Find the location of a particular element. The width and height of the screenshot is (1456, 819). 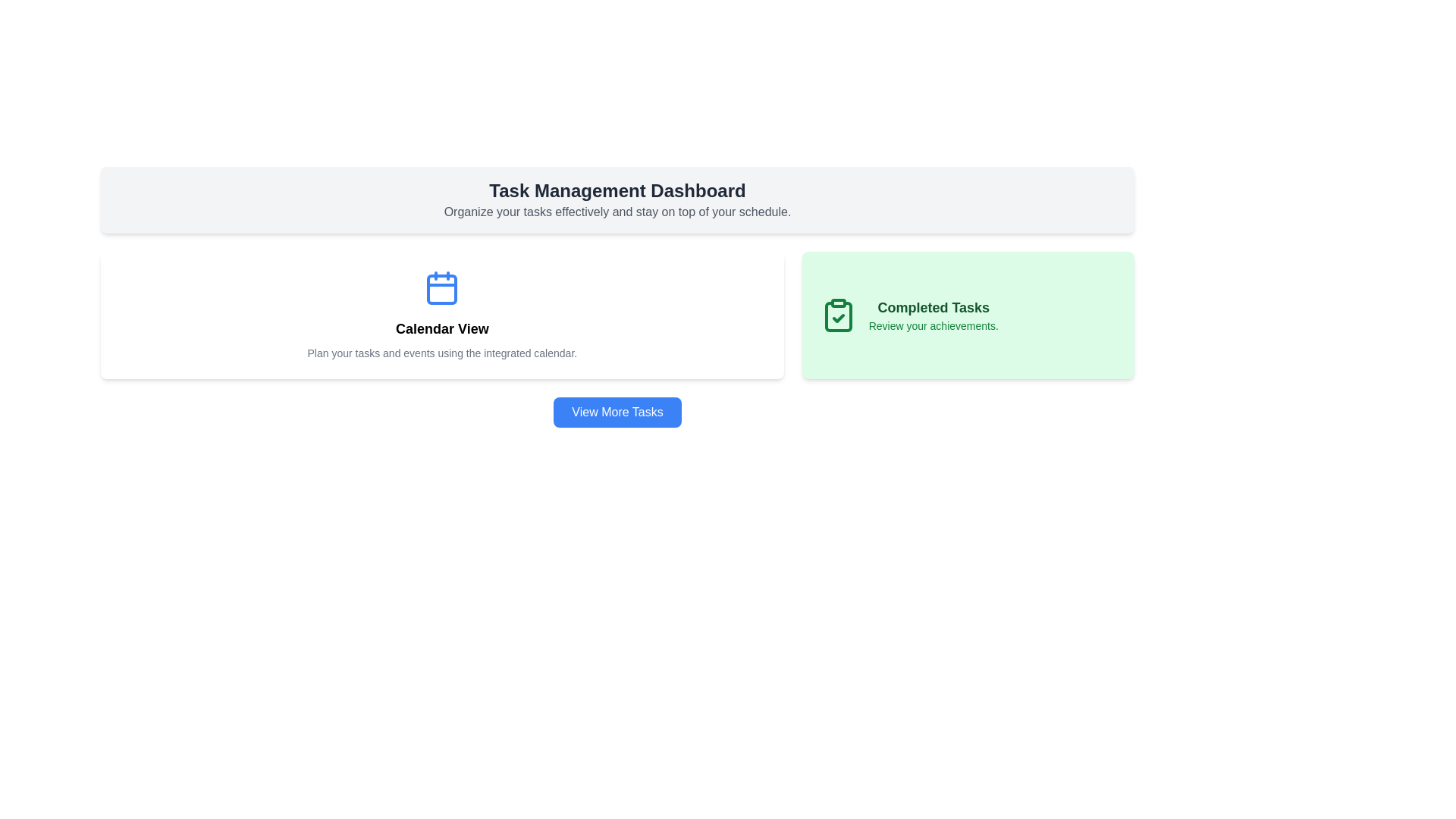

the rectangular button with a blue background and white text reading 'View More Tasks' to observe potential styling changes is located at coordinates (617, 412).